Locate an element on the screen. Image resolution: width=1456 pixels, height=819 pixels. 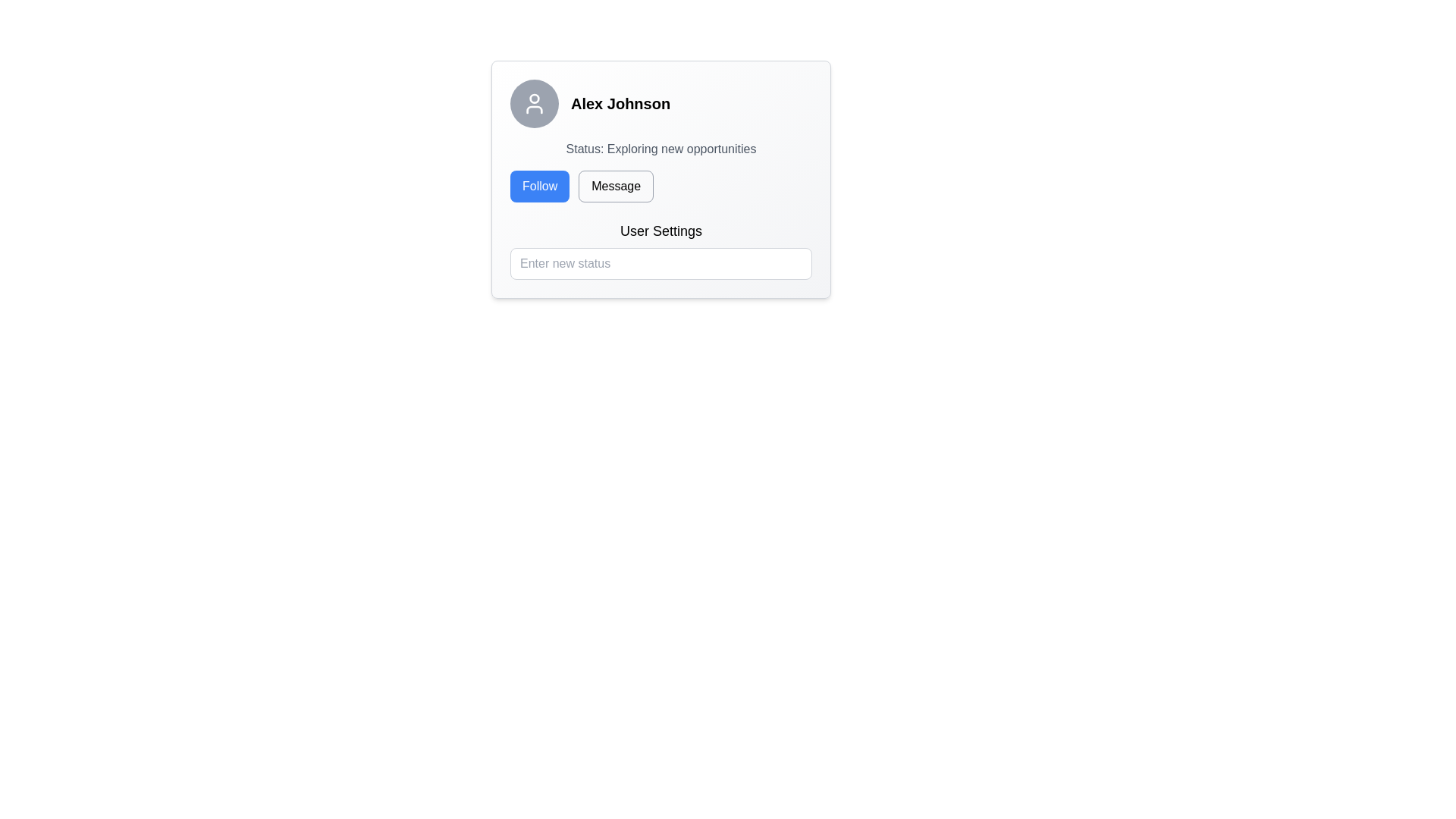
the user's profile summary panel, which displays the user's name, status, and interactive options for following or messaging is located at coordinates (661, 178).